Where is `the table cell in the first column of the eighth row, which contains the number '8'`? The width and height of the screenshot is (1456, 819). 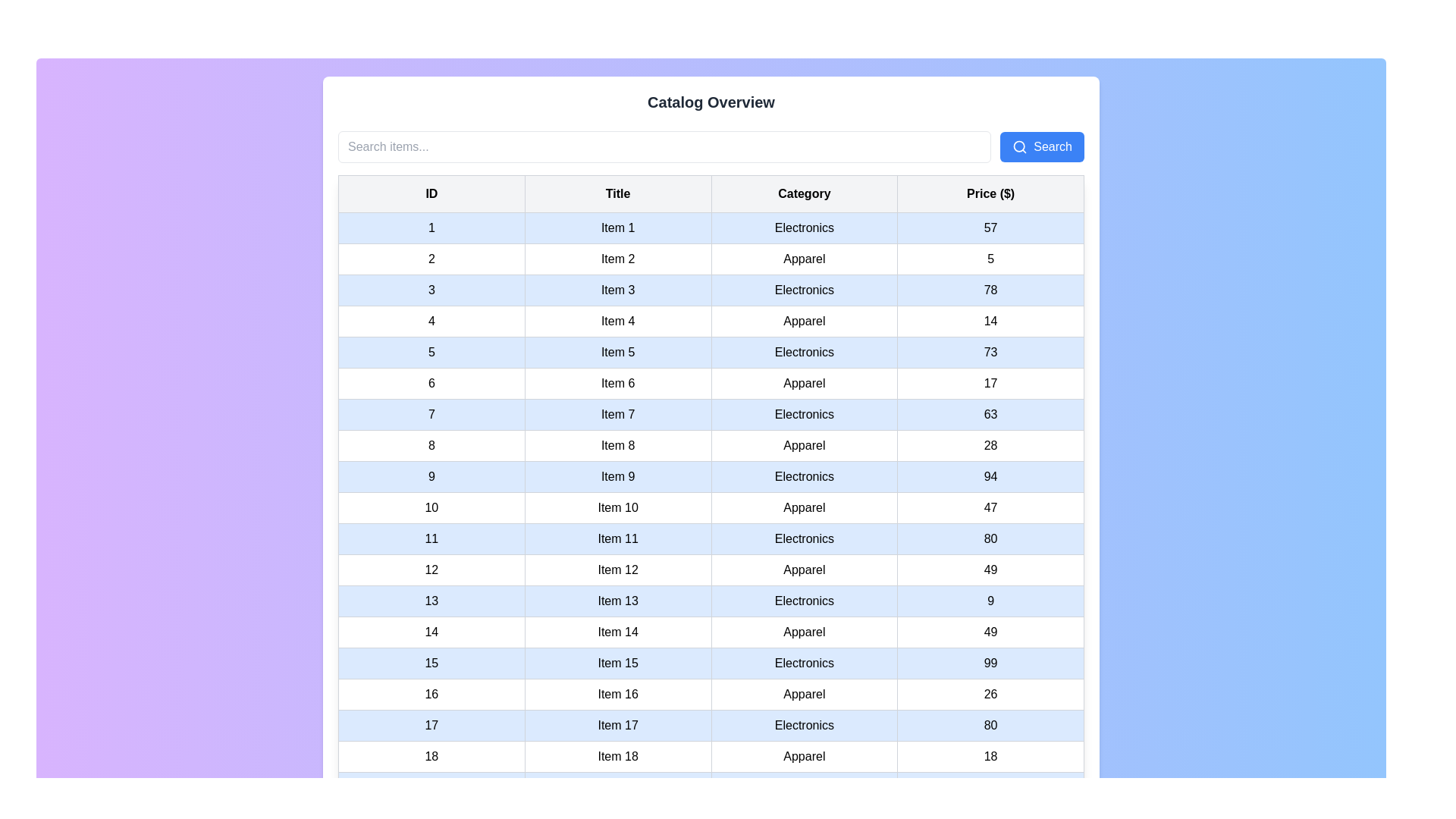 the table cell in the first column of the eighth row, which contains the number '8' is located at coordinates (431, 444).